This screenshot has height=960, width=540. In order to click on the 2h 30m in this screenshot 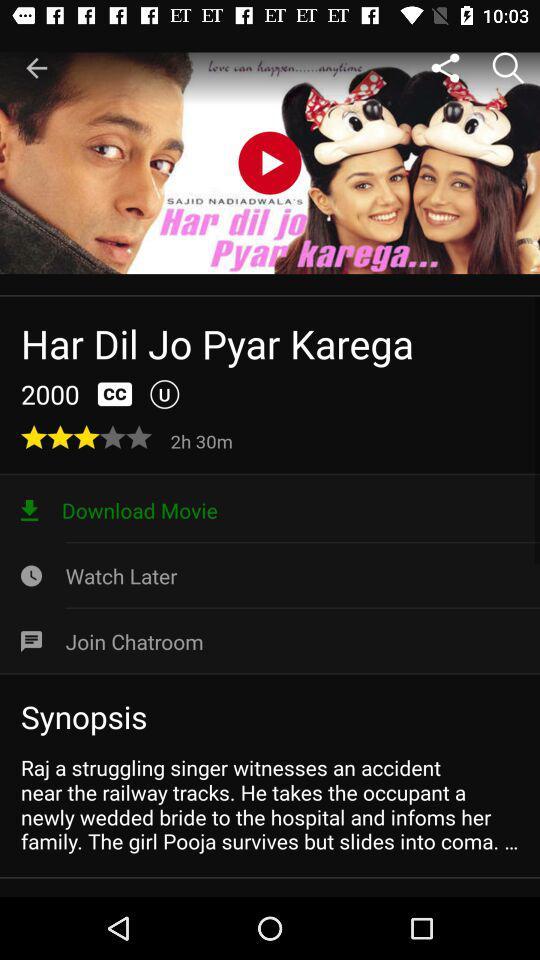, I will do `click(203, 440)`.